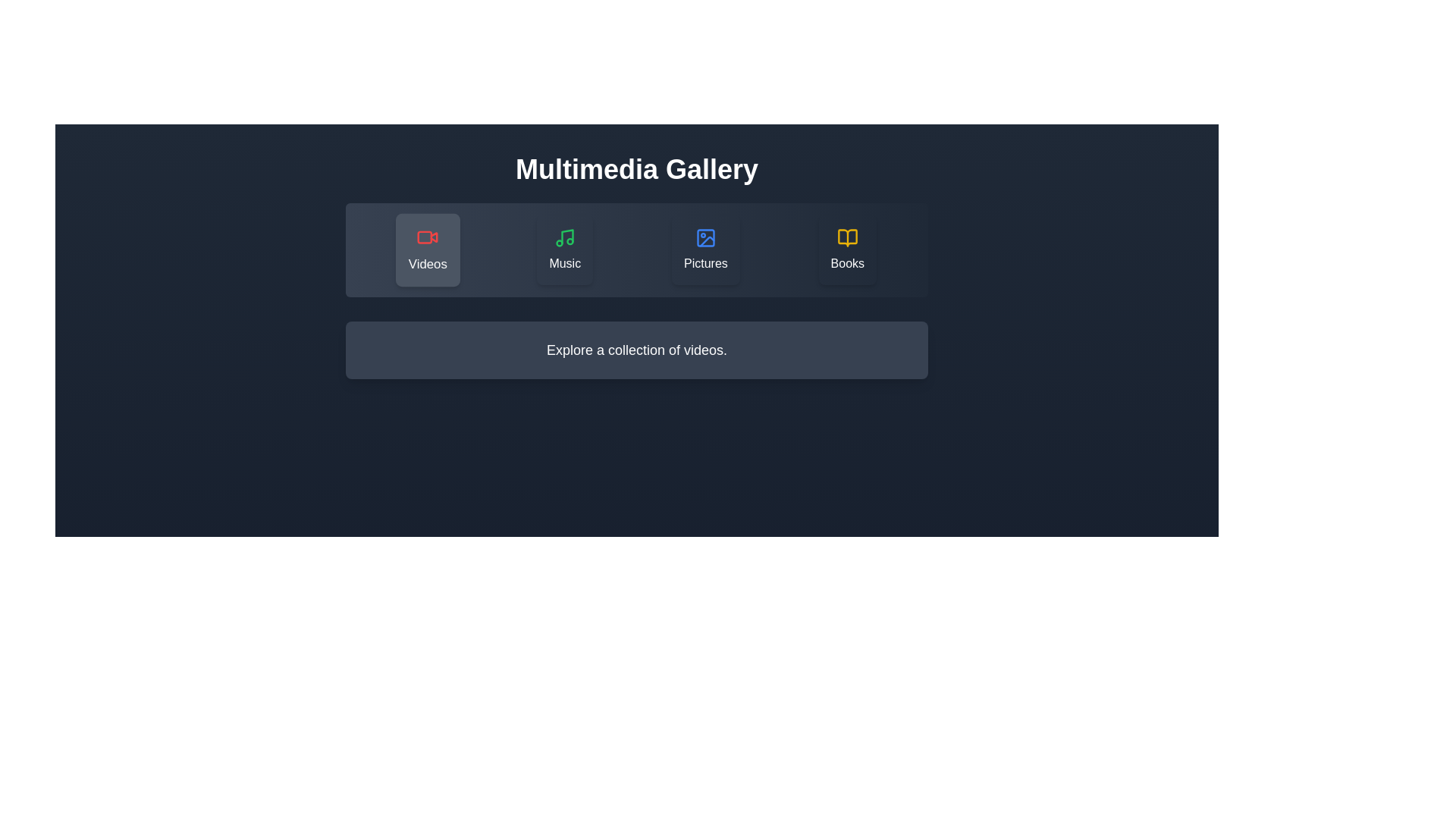  What do you see at coordinates (704, 249) in the screenshot?
I see `the Pictures category by clicking the corresponding button` at bounding box center [704, 249].